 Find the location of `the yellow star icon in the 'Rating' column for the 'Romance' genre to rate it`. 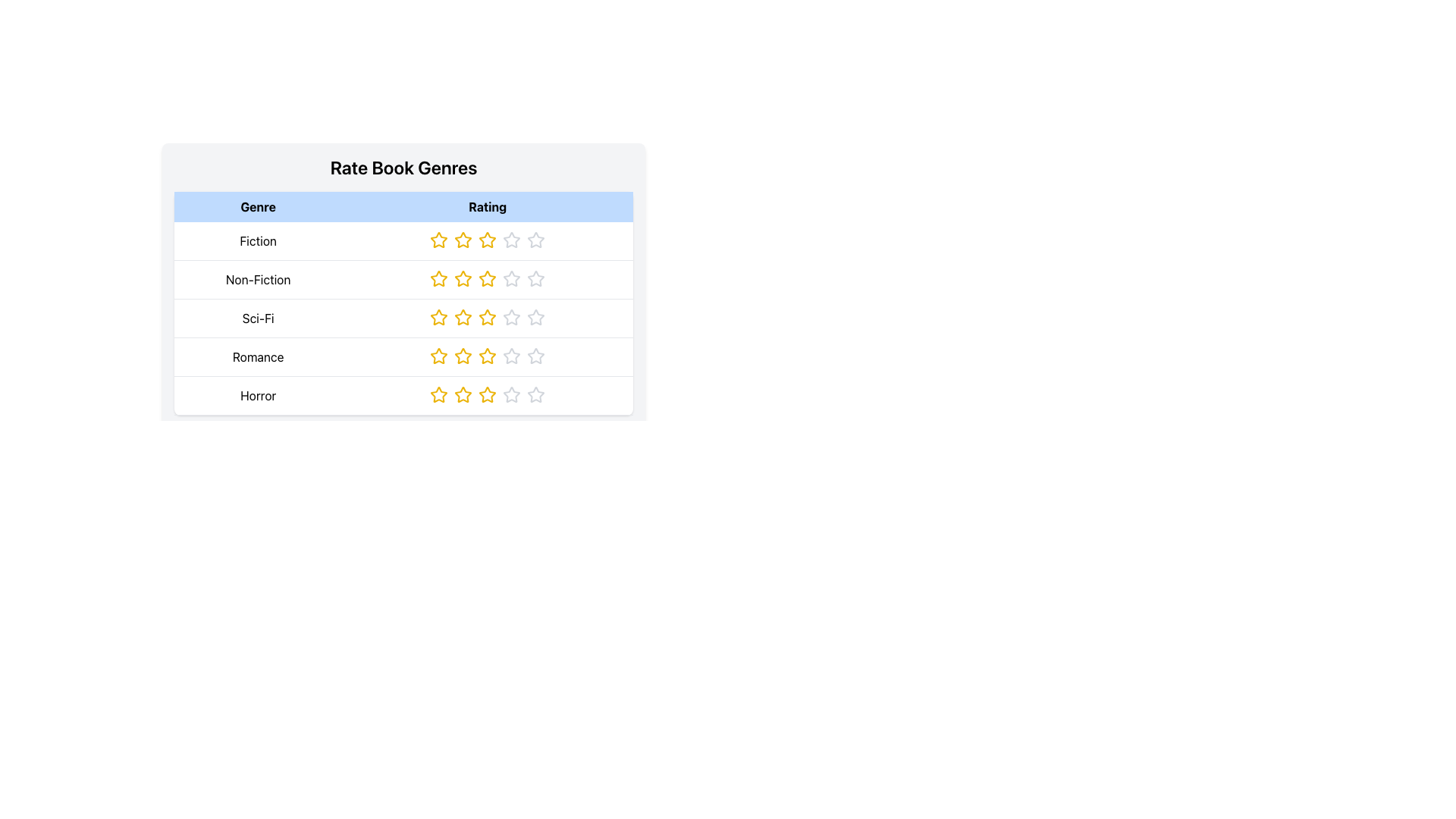

the yellow star icon in the 'Rating' column for the 'Romance' genre to rate it is located at coordinates (438, 356).